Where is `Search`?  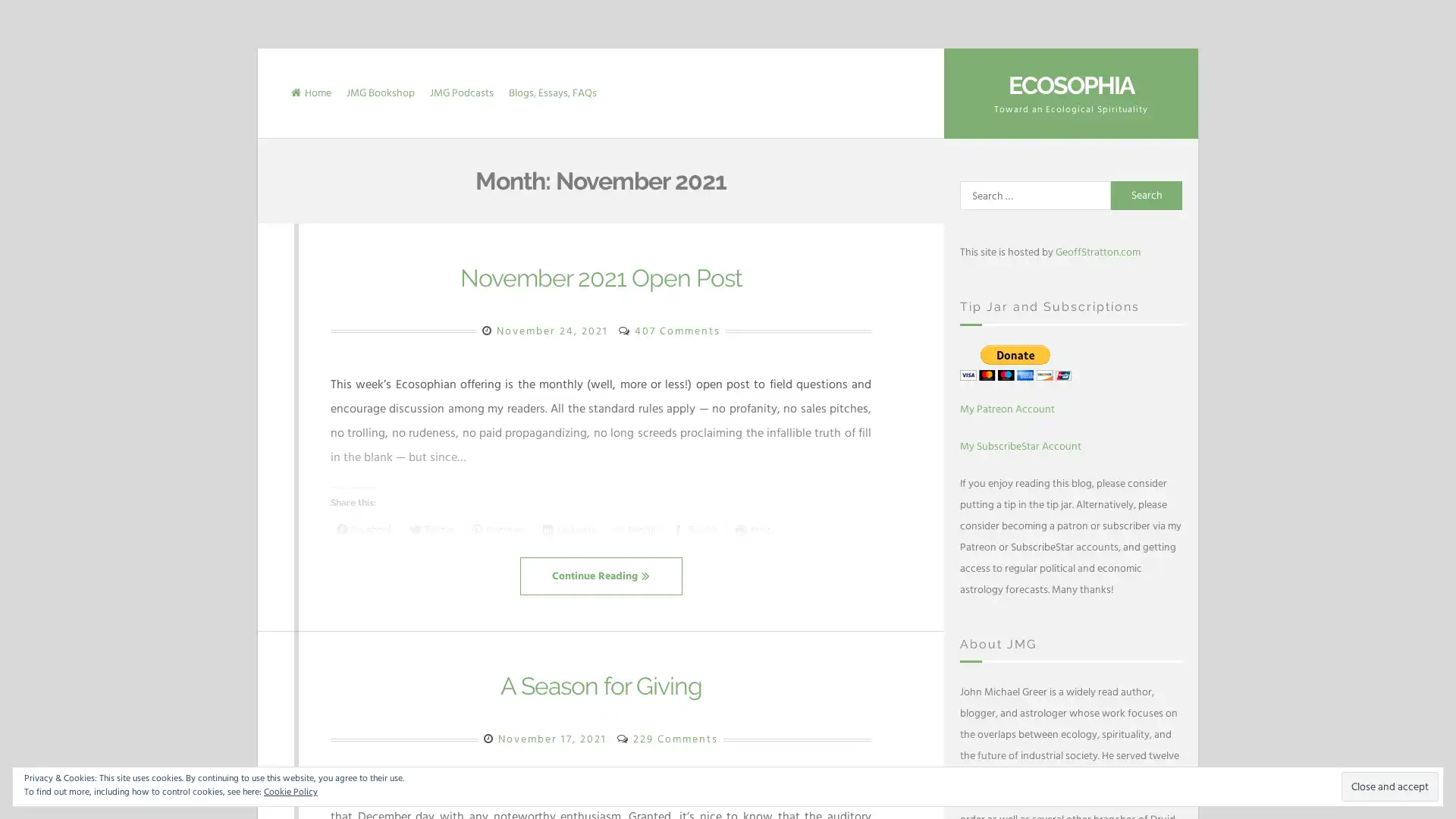 Search is located at coordinates (1147, 195).